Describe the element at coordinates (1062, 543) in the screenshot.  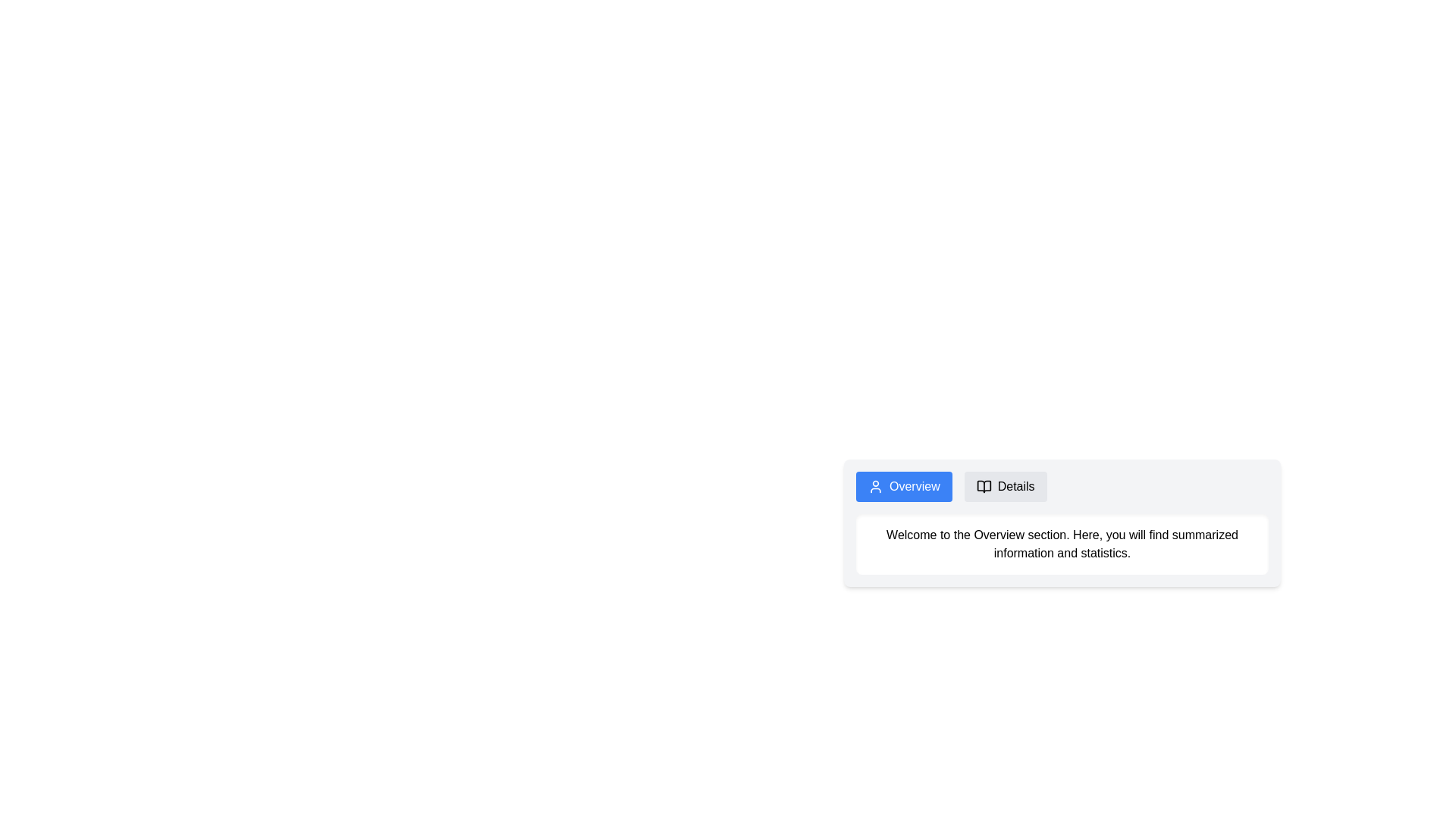
I see `the introductory text block that provides guidance for the 'Overview' section, which is positioned below the tab-like buttons labeled 'Overview' and 'Details'` at that location.